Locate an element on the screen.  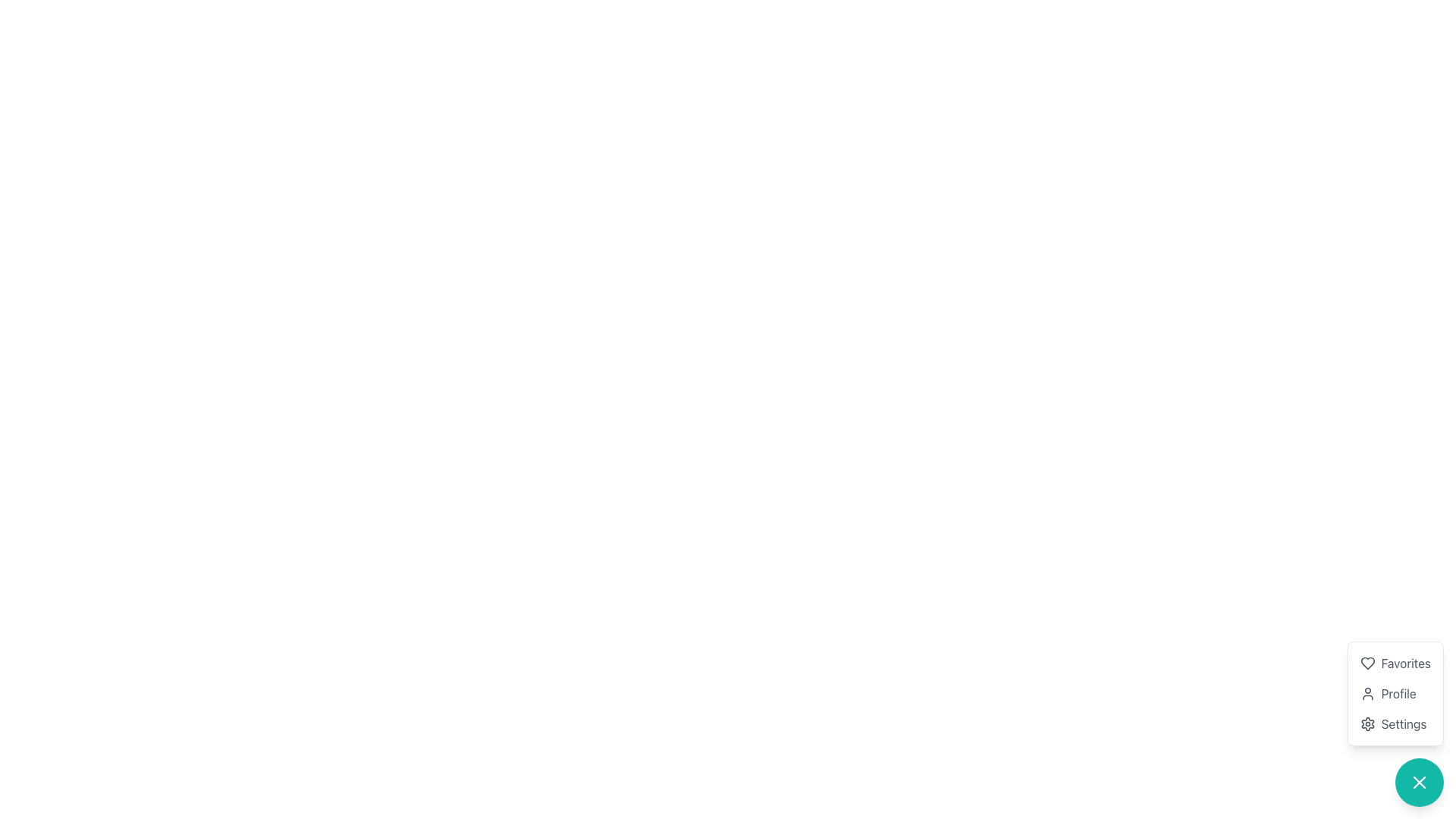
the user icon, which is a minimalistic outline representing a profile symbol, located to the left of the 'Profile' text for additional information is located at coordinates (1367, 693).